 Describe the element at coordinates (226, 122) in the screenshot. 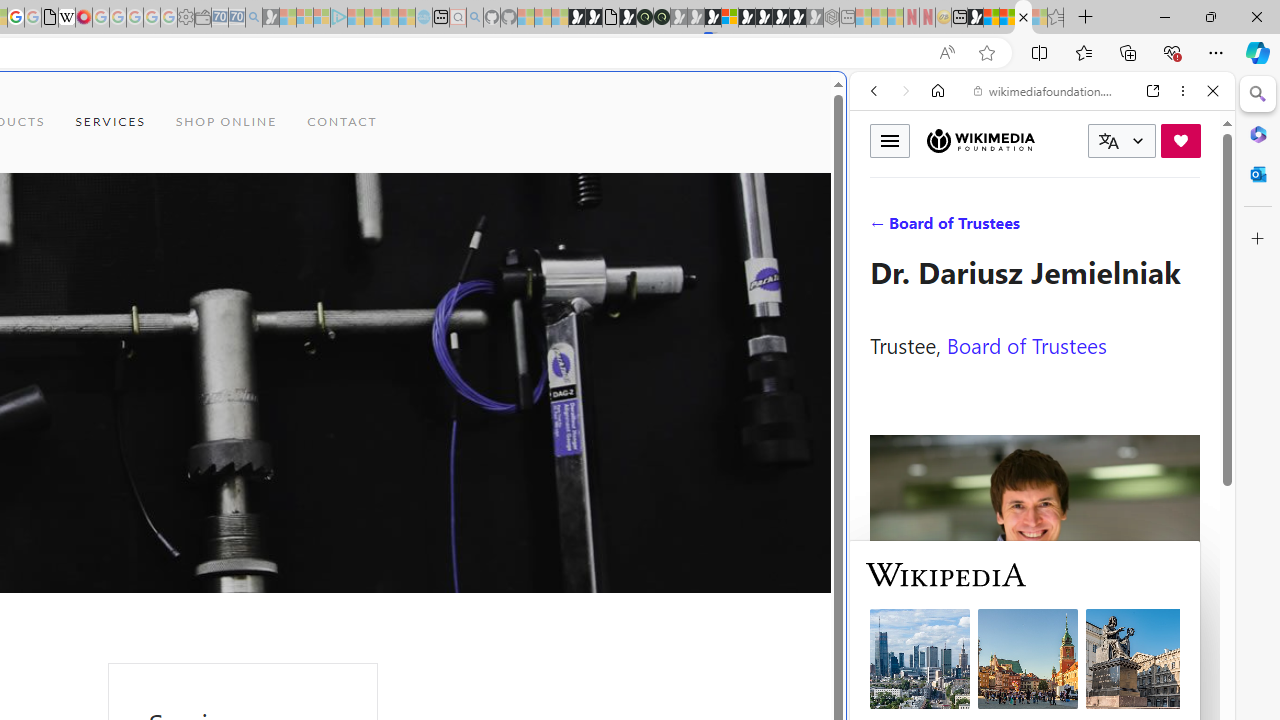

I see `'SHOP ONLINE'` at that location.